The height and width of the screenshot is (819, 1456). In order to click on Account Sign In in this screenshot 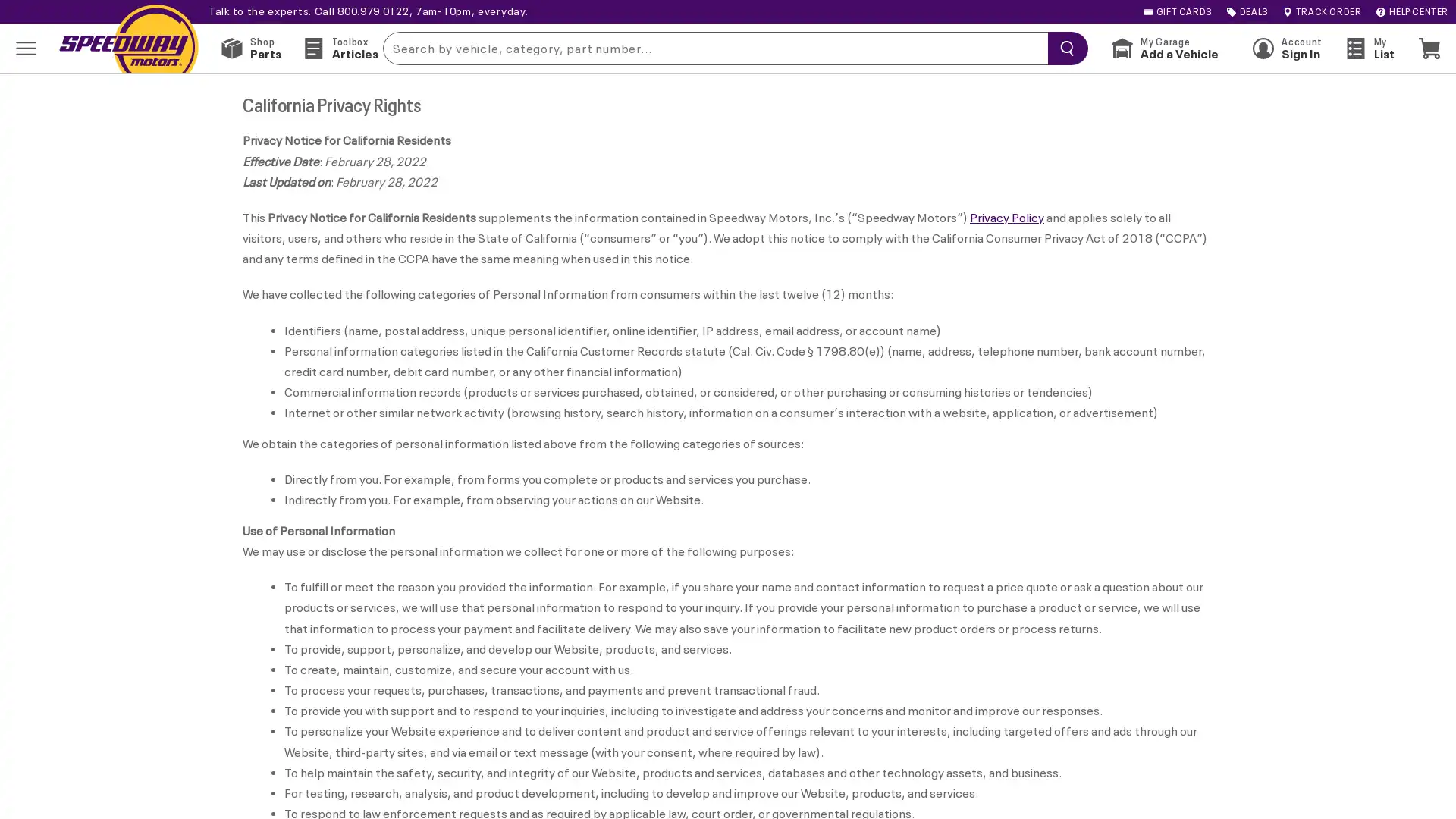, I will do `click(1286, 47)`.